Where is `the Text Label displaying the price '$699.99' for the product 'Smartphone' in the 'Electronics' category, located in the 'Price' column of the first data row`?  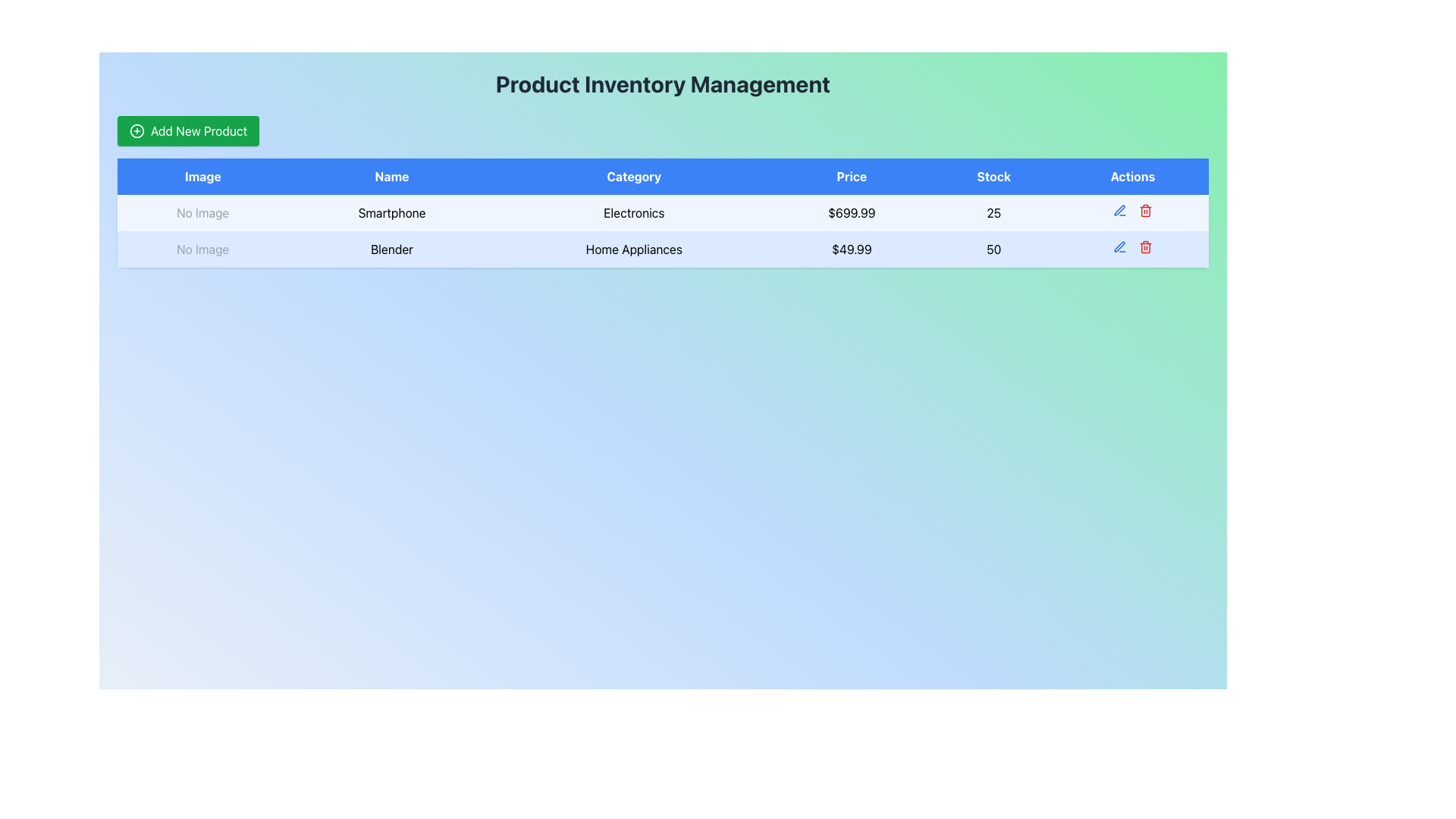
the Text Label displaying the price '$699.99' for the product 'Smartphone' in the 'Electronics' category, located in the 'Price' column of the first data row is located at coordinates (852, 213).